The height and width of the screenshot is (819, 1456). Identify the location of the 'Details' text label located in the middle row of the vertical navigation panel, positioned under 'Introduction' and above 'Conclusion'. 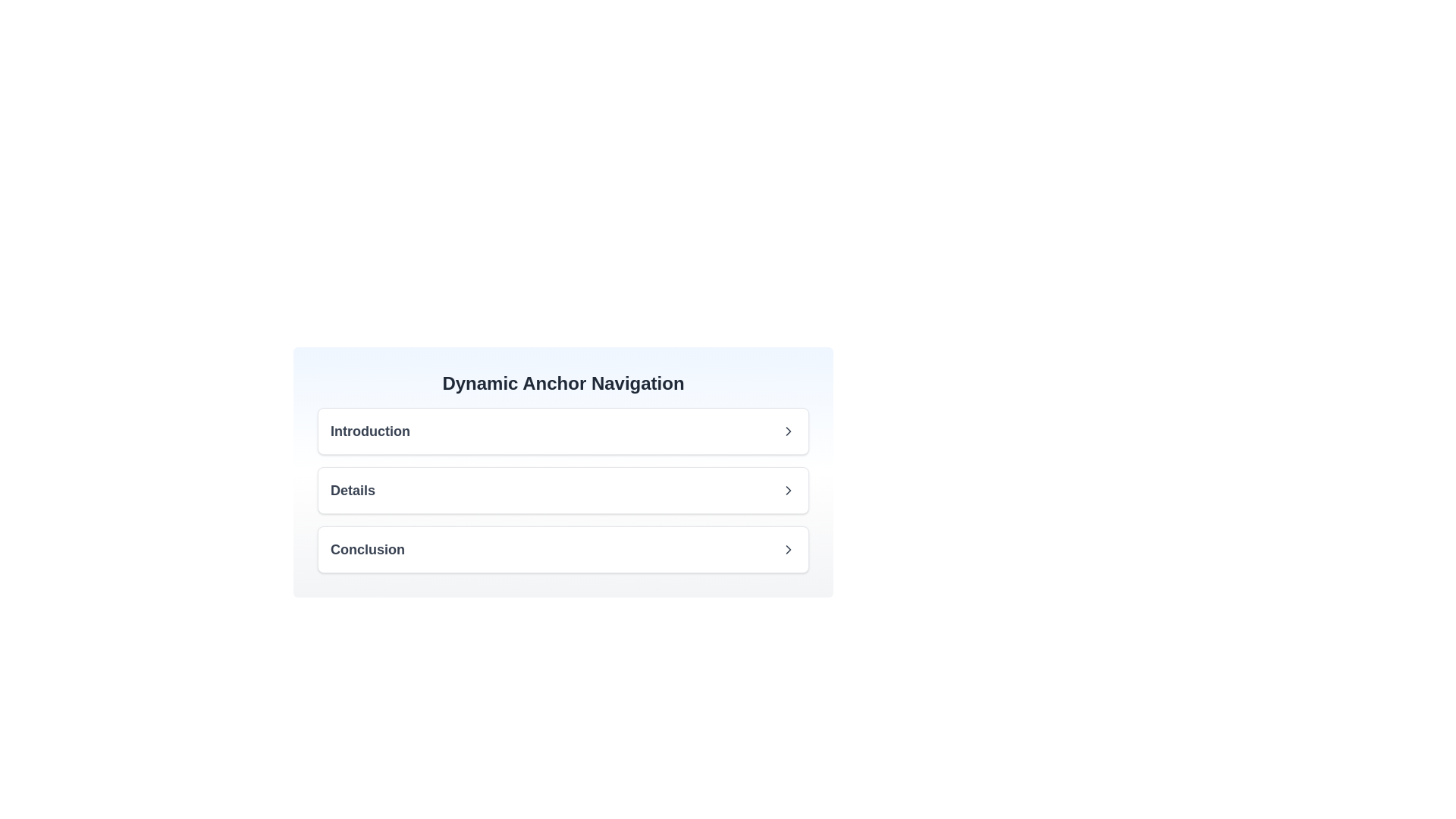
(352, 491).